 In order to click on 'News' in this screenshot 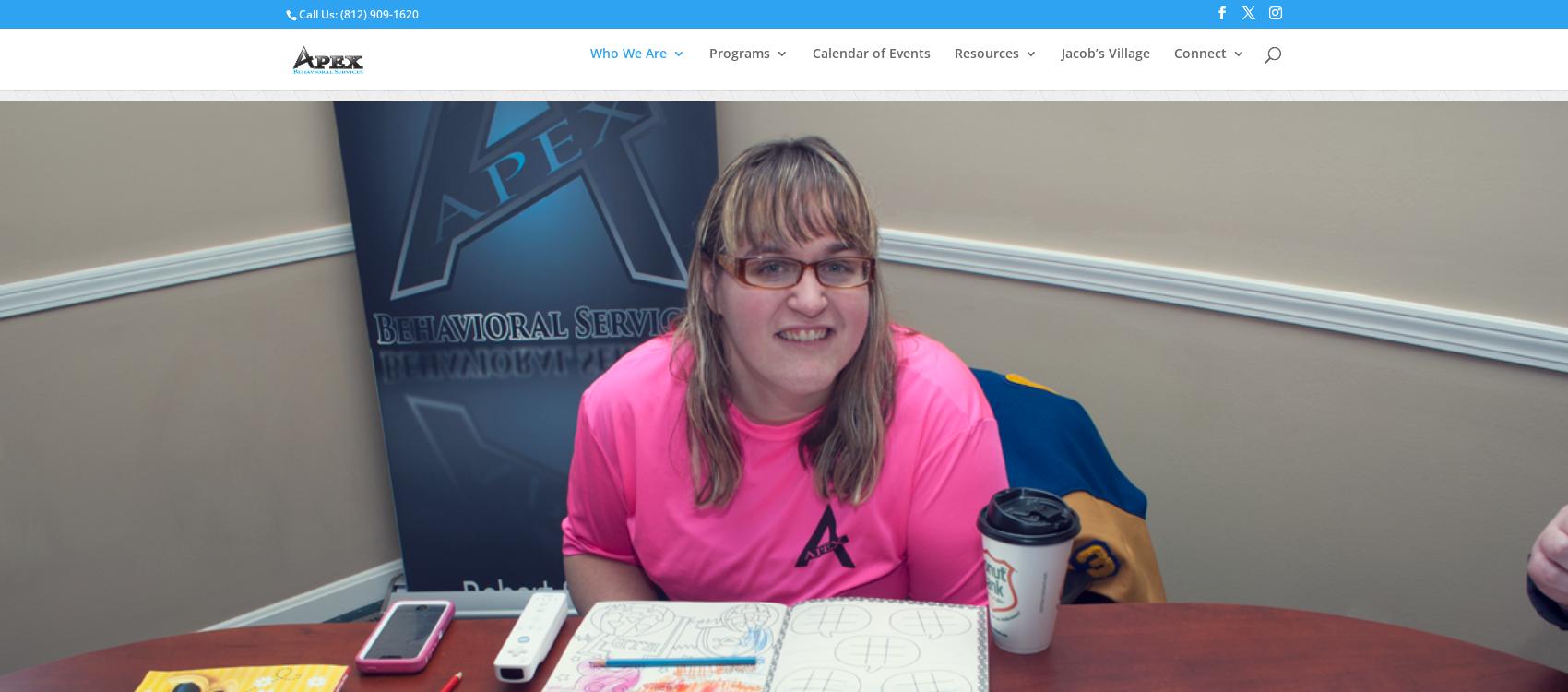, I will do `click(1027, 214)`.